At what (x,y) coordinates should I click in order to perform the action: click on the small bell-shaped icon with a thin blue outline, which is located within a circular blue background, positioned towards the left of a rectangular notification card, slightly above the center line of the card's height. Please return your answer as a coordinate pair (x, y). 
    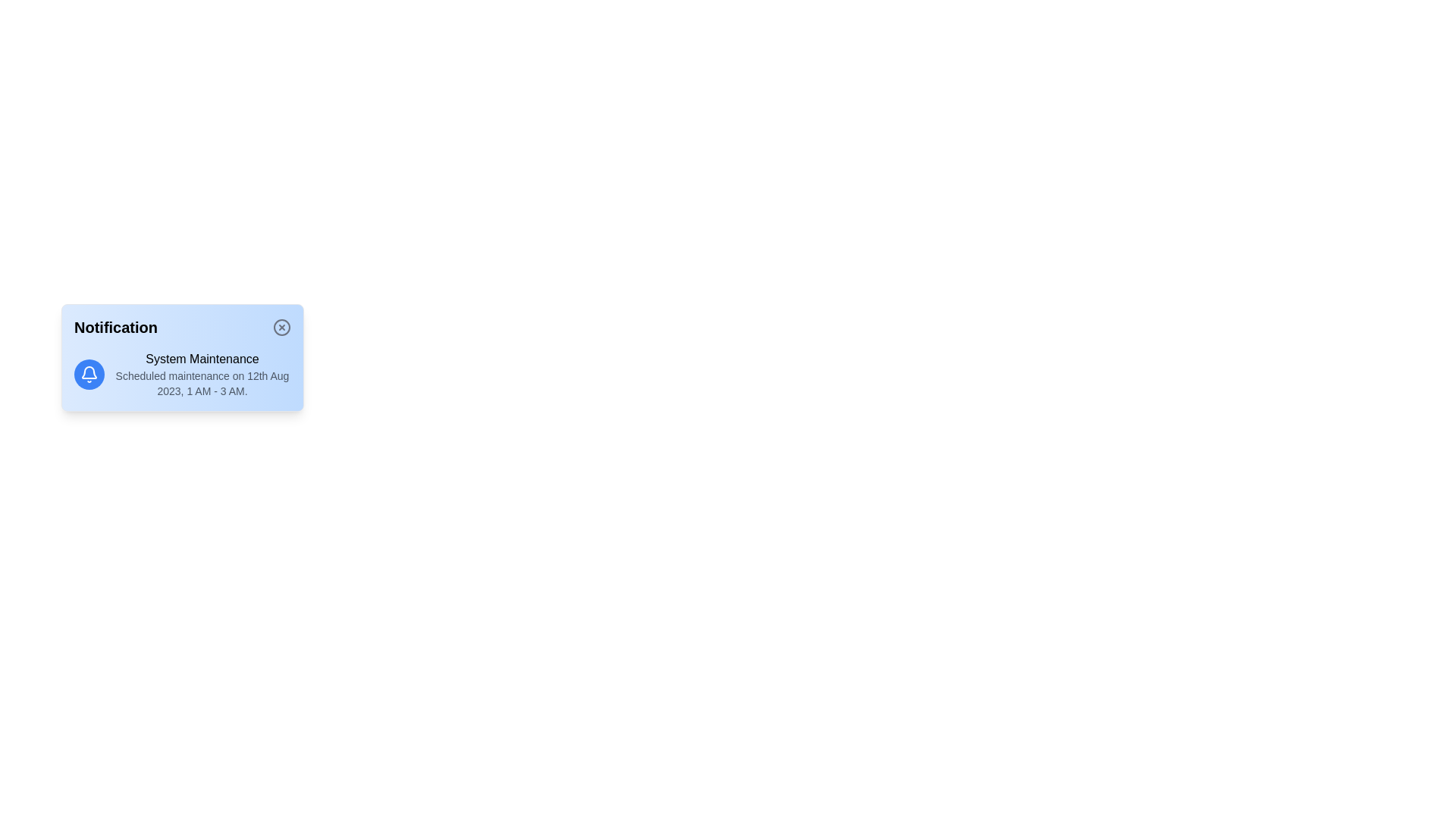
    Looking at the image, I should click on (89, 374).